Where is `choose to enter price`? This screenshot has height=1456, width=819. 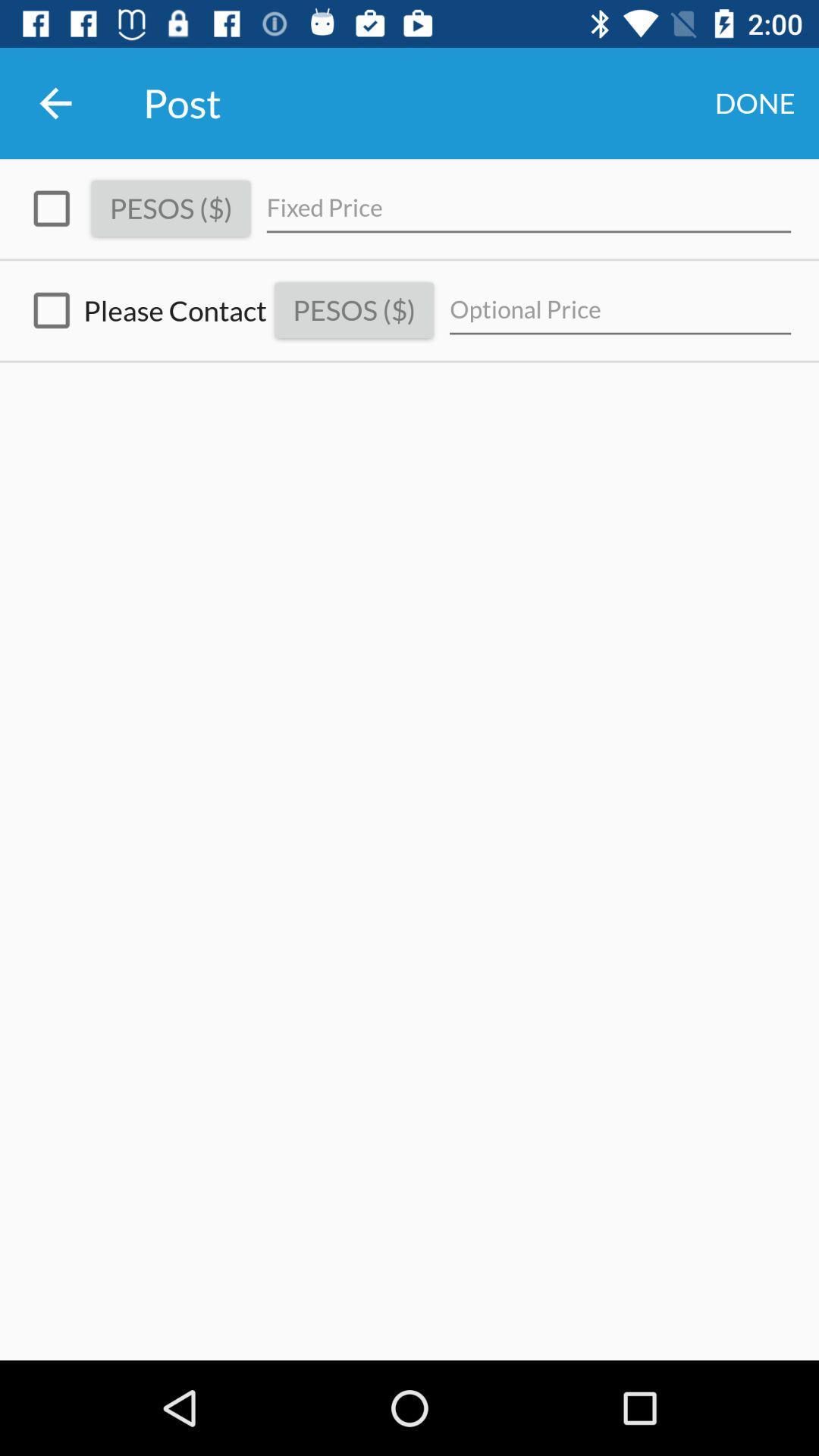
choose to enter price is located at coordinates (51, 208).